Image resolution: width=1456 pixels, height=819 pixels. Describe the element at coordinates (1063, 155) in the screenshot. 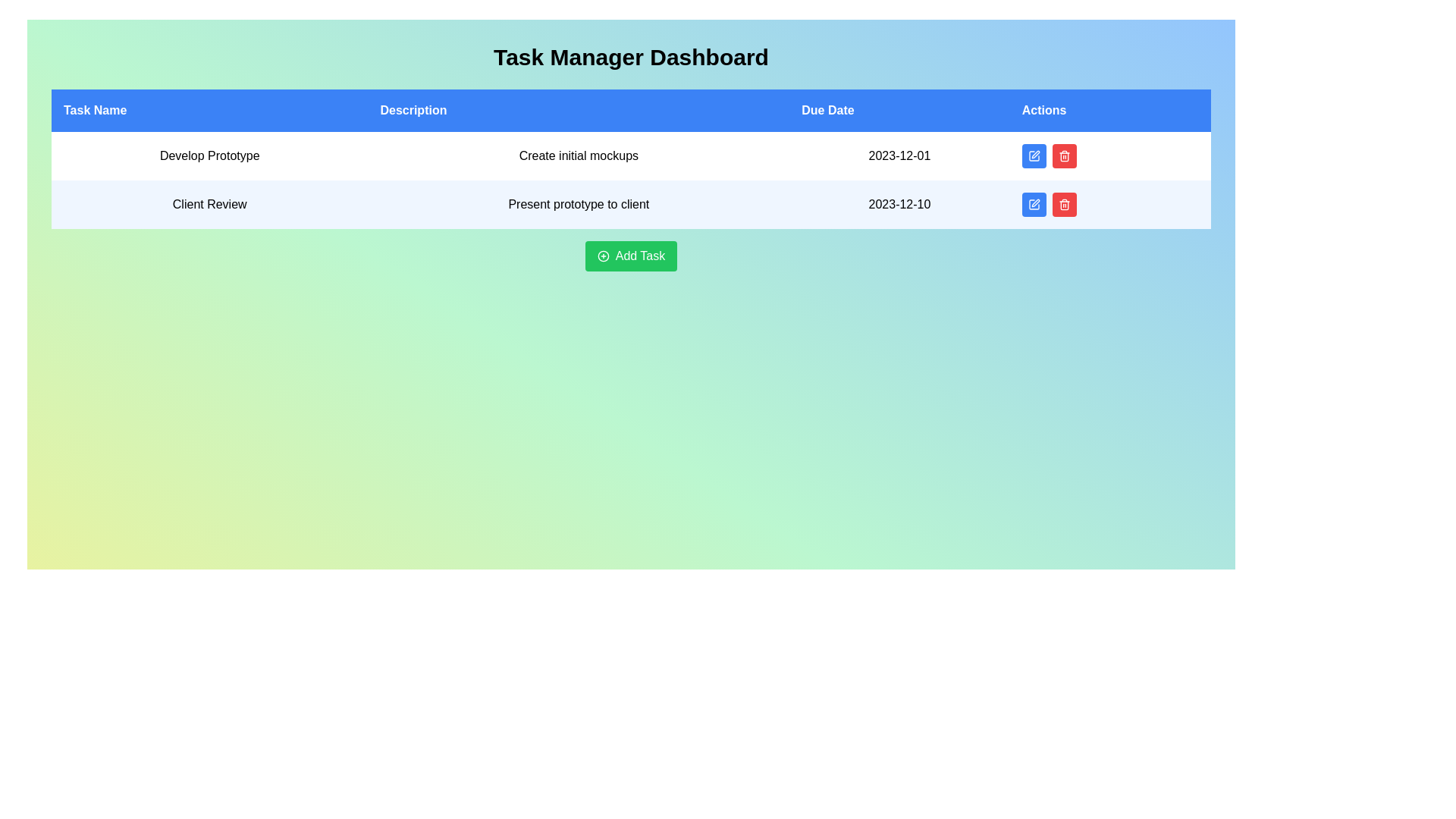

I see `the trash icon button in the 'Actions' column of the second task row` at that location.